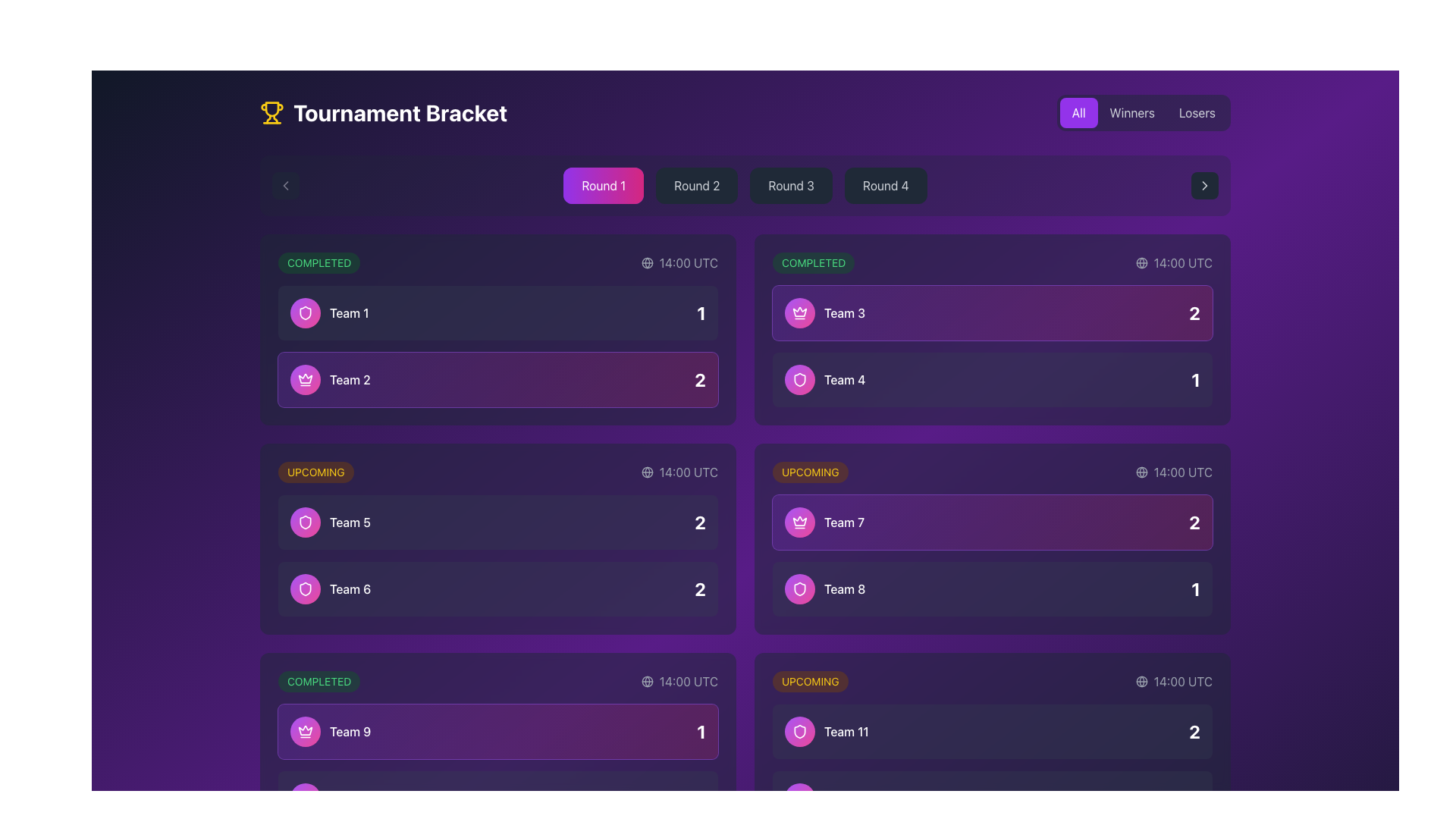 Image resolution: width=1456 pixels, height=819 pixels. Describe the element at coordinates (799, 730) in the screenshot. I see `the shield-like icon with a purple border located to the left of the text 'Team 8' in the 'Upcoming' section` at that location.